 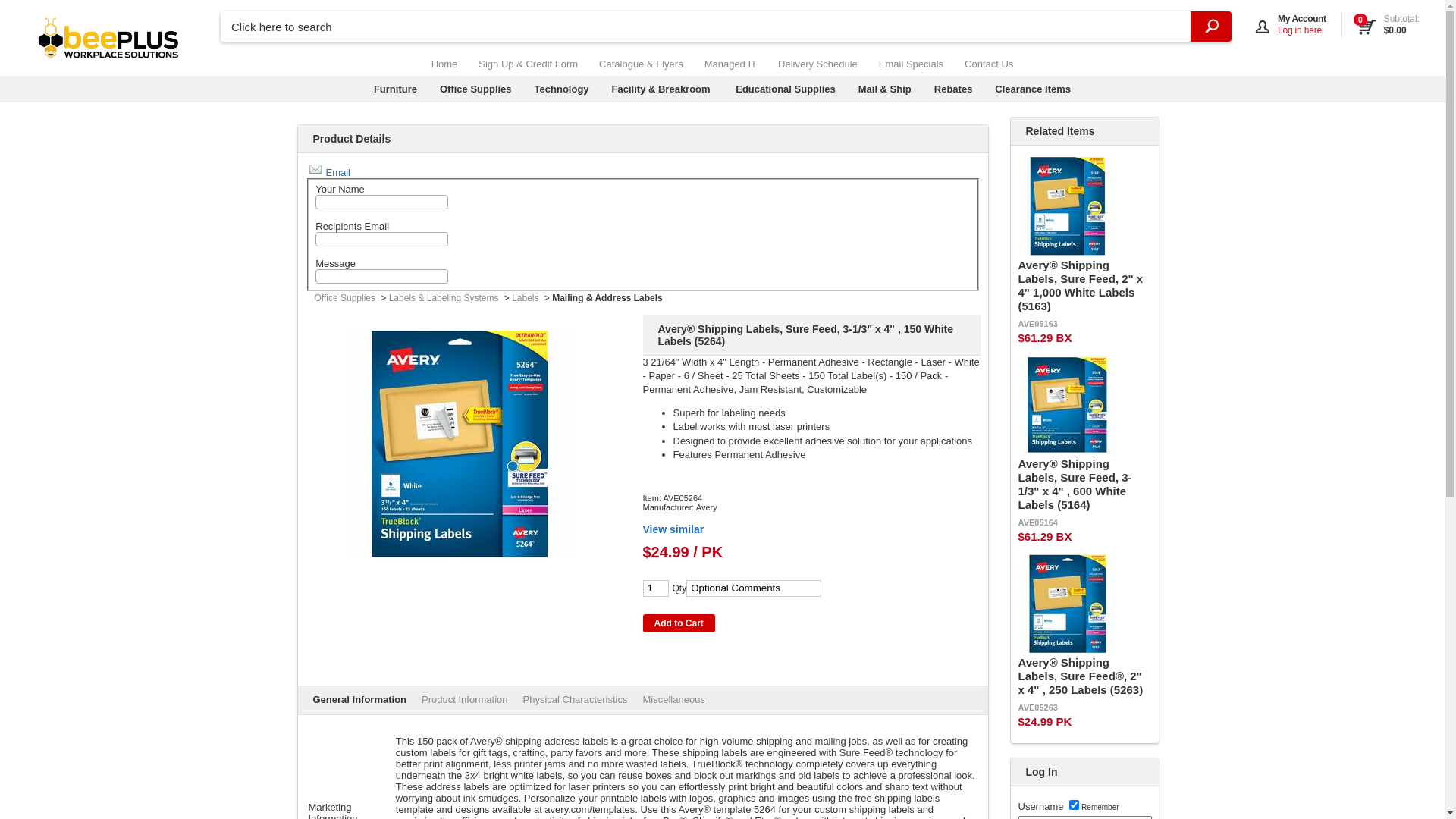 I want to click on 'Managed IT', so click(x=730, y=63).